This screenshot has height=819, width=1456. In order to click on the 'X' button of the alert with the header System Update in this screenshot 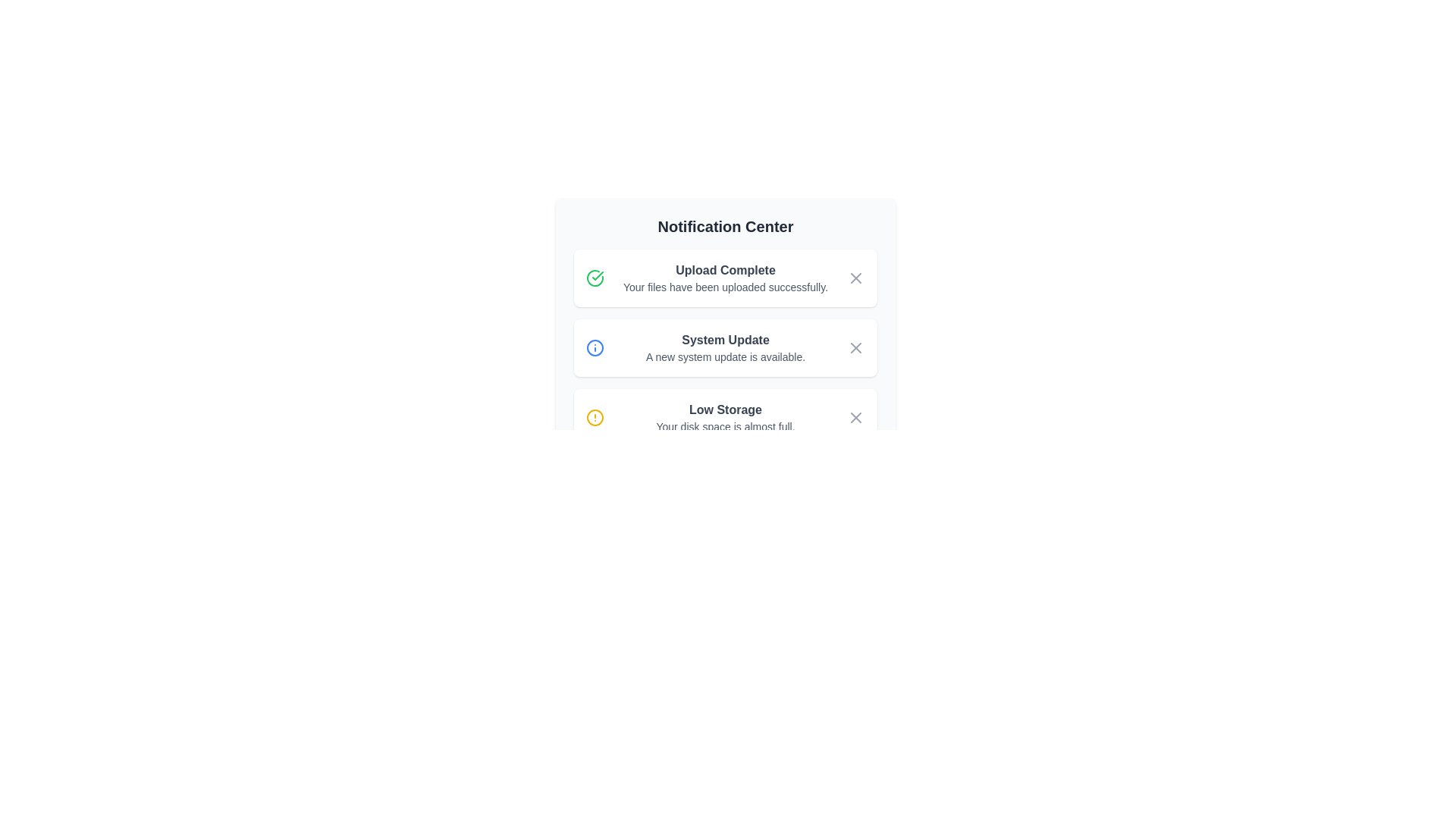, I will do `click(855, 348)`.